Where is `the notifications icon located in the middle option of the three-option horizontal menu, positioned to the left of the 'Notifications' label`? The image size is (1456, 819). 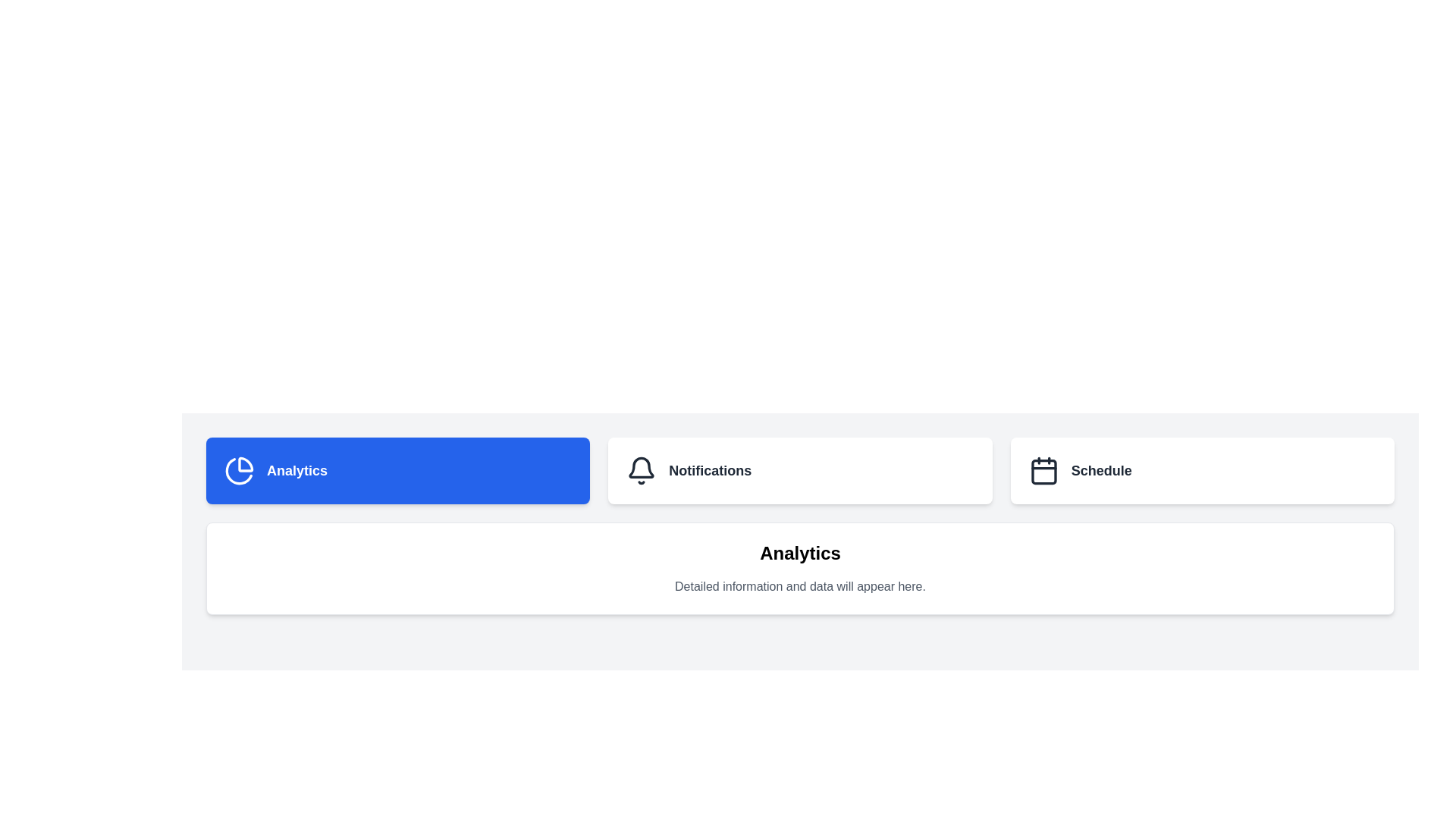
the notifications icon located in the middle option of the three-option horizontal menu, positioned to the left of the 'Notifications' label is located at coordinates (642, 470).